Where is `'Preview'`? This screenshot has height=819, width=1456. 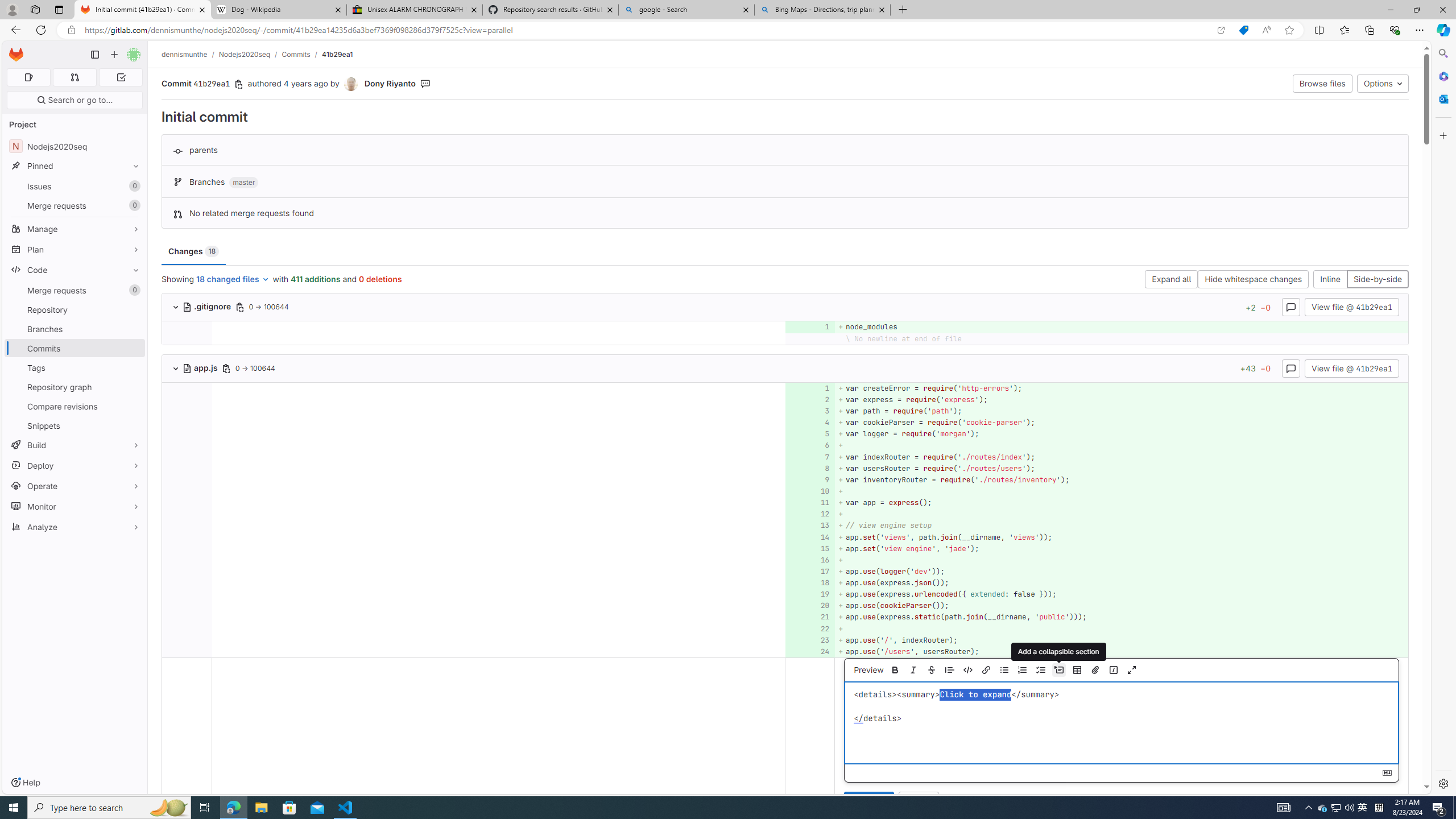 'Preview' is located at coordinates (868, 669).